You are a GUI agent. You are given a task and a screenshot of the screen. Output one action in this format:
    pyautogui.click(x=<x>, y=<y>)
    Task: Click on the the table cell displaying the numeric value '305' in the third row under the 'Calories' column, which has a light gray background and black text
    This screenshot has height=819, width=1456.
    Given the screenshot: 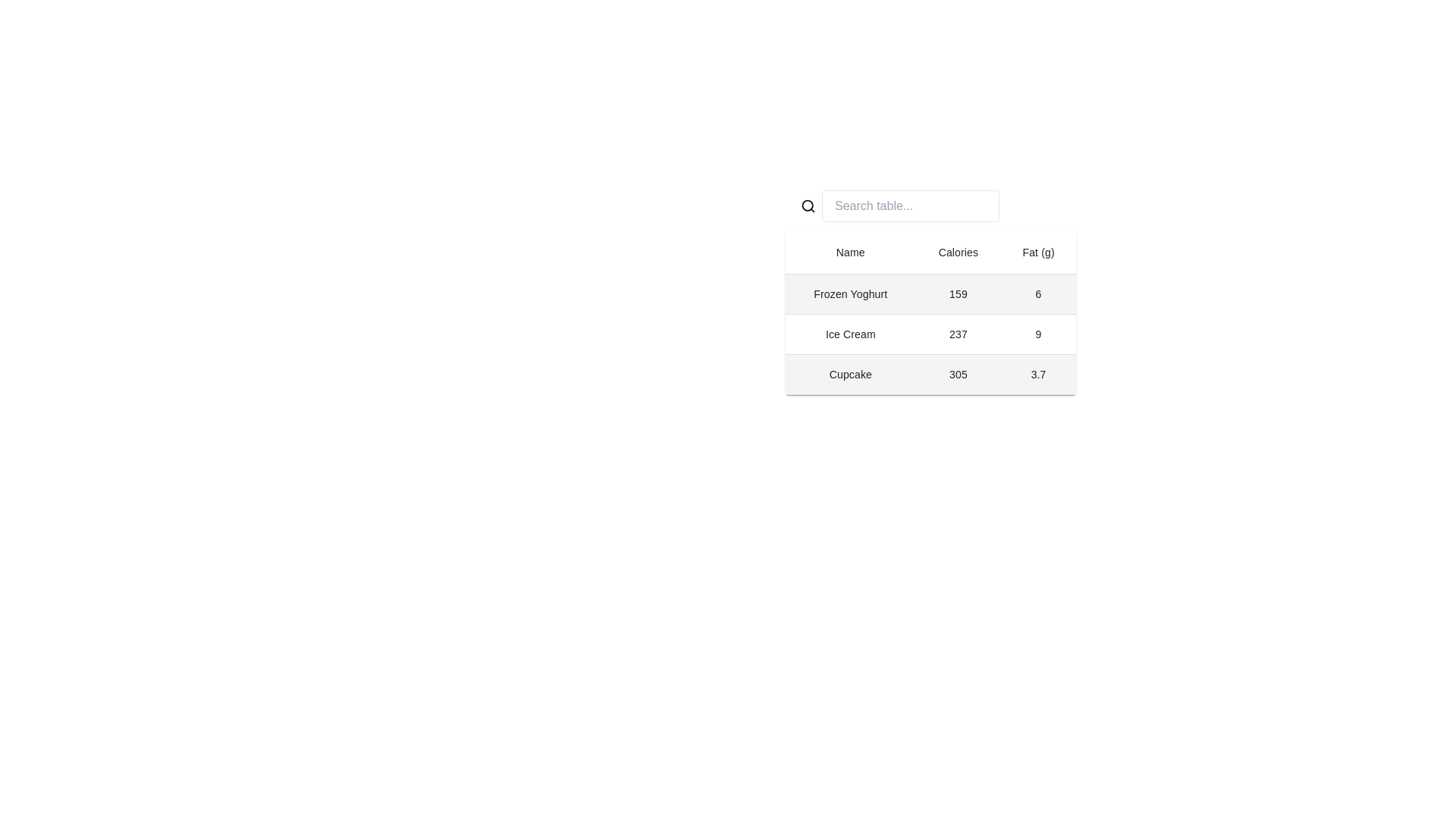 What is the action you would take?
    pyautogui.click(x=957, y=374)
    